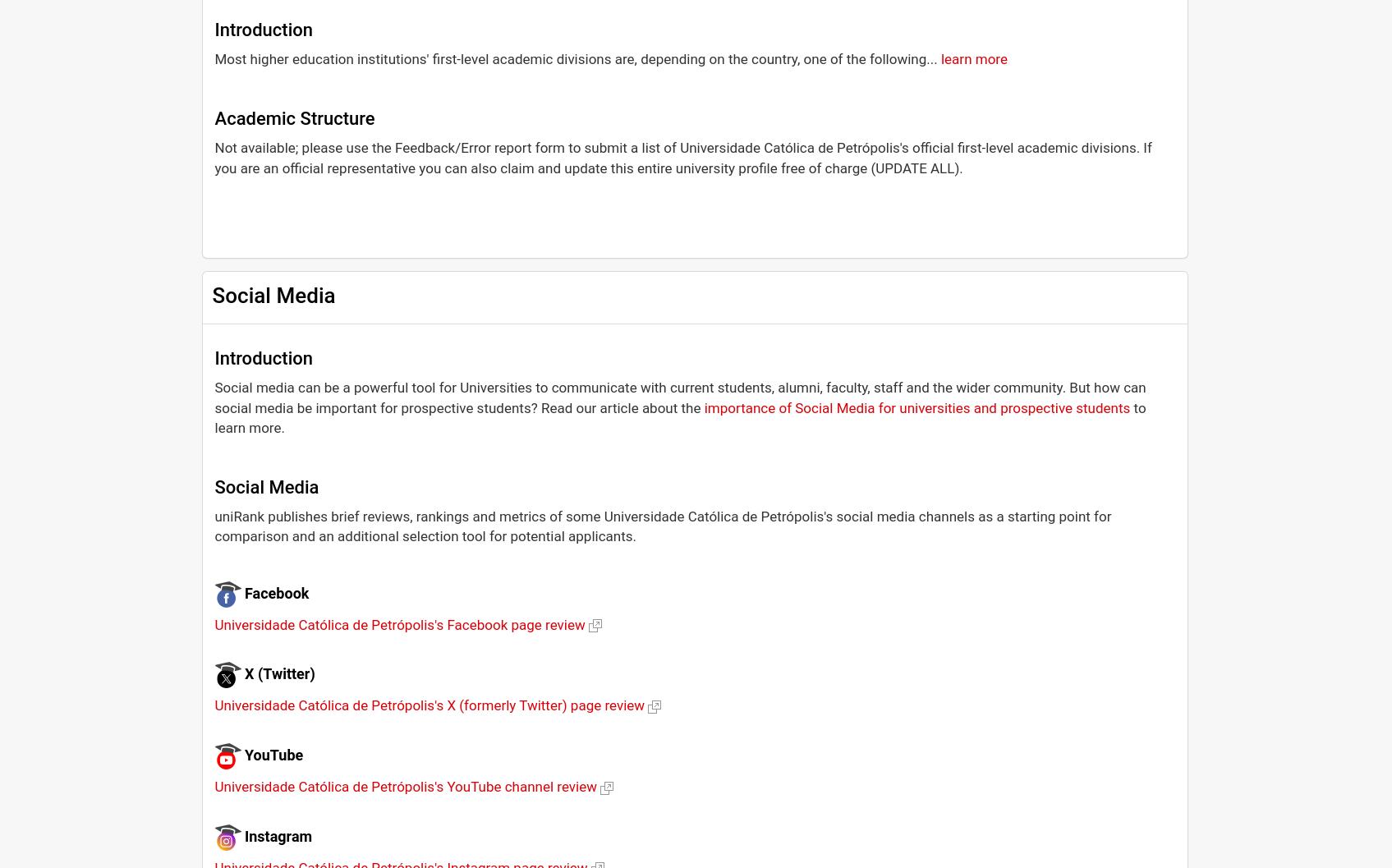  I want to click on 'Universidade Católica de Petrópolis's Facebook page review', so click(398, 623).